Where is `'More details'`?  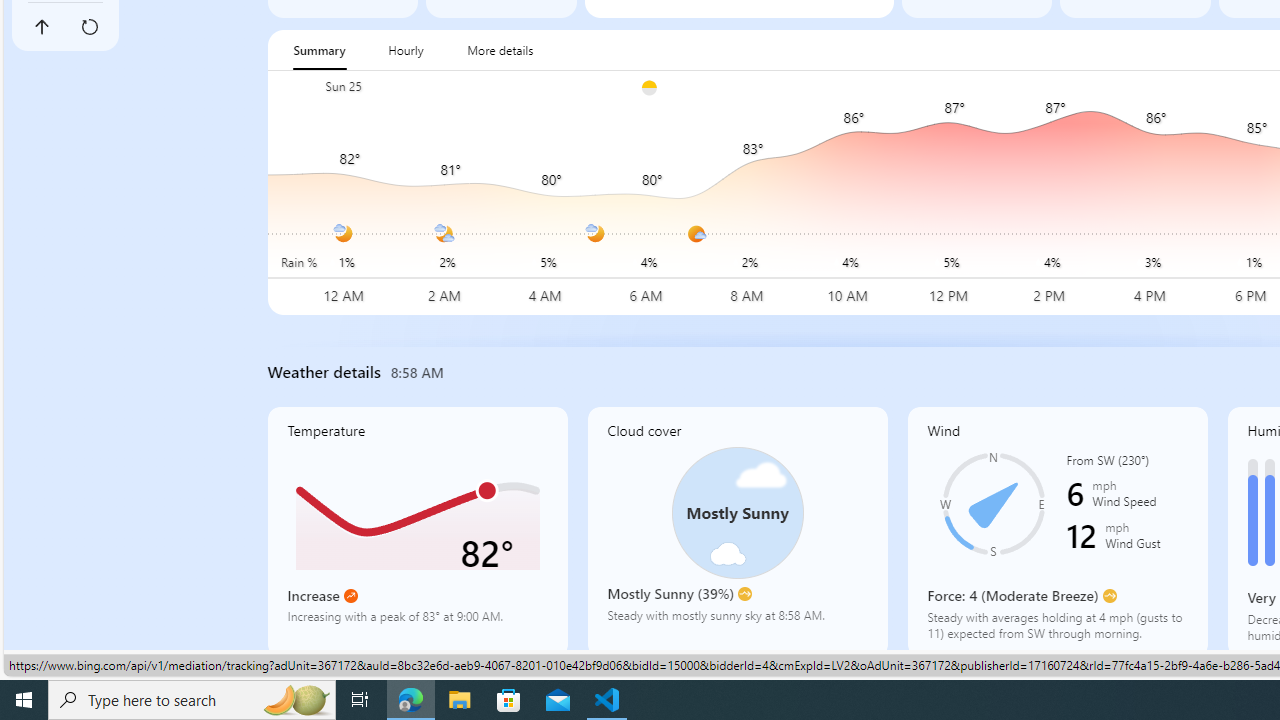
'More details' is located at coordinates (500, 49).